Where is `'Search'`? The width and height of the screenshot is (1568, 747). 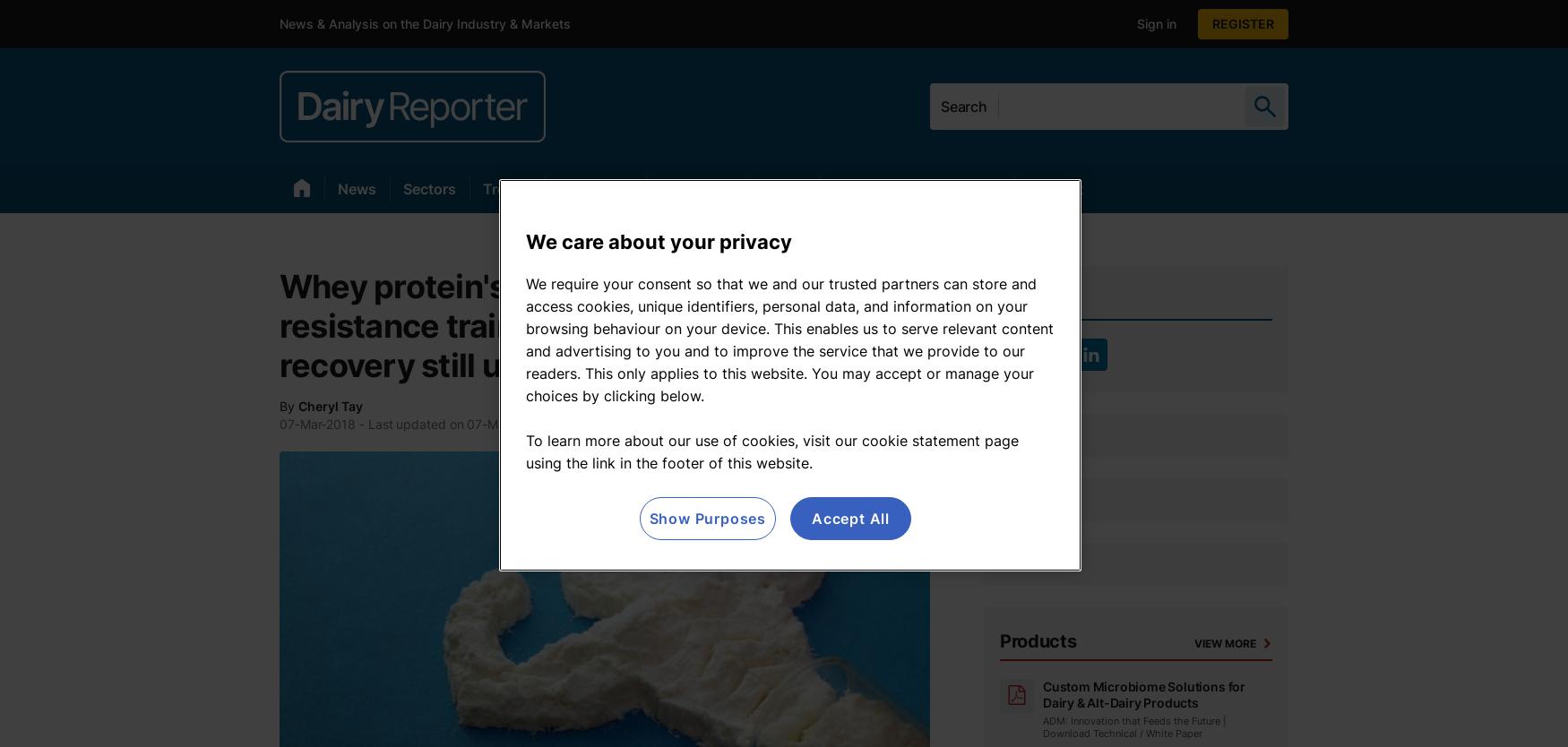
'Search' is located at coordinates (963, 106).